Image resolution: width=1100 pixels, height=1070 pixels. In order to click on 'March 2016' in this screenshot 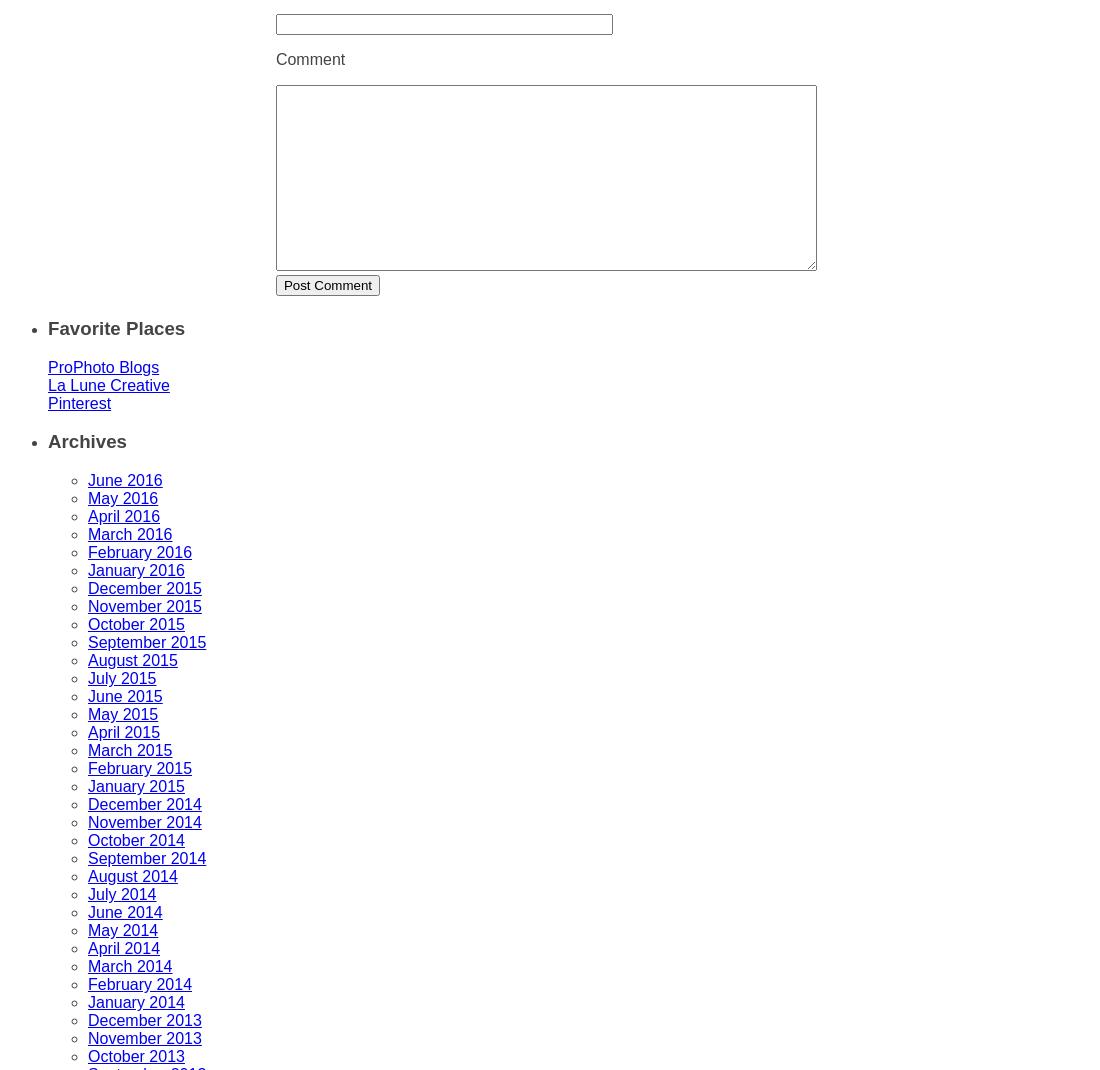, I will do `click(130, 534)`.